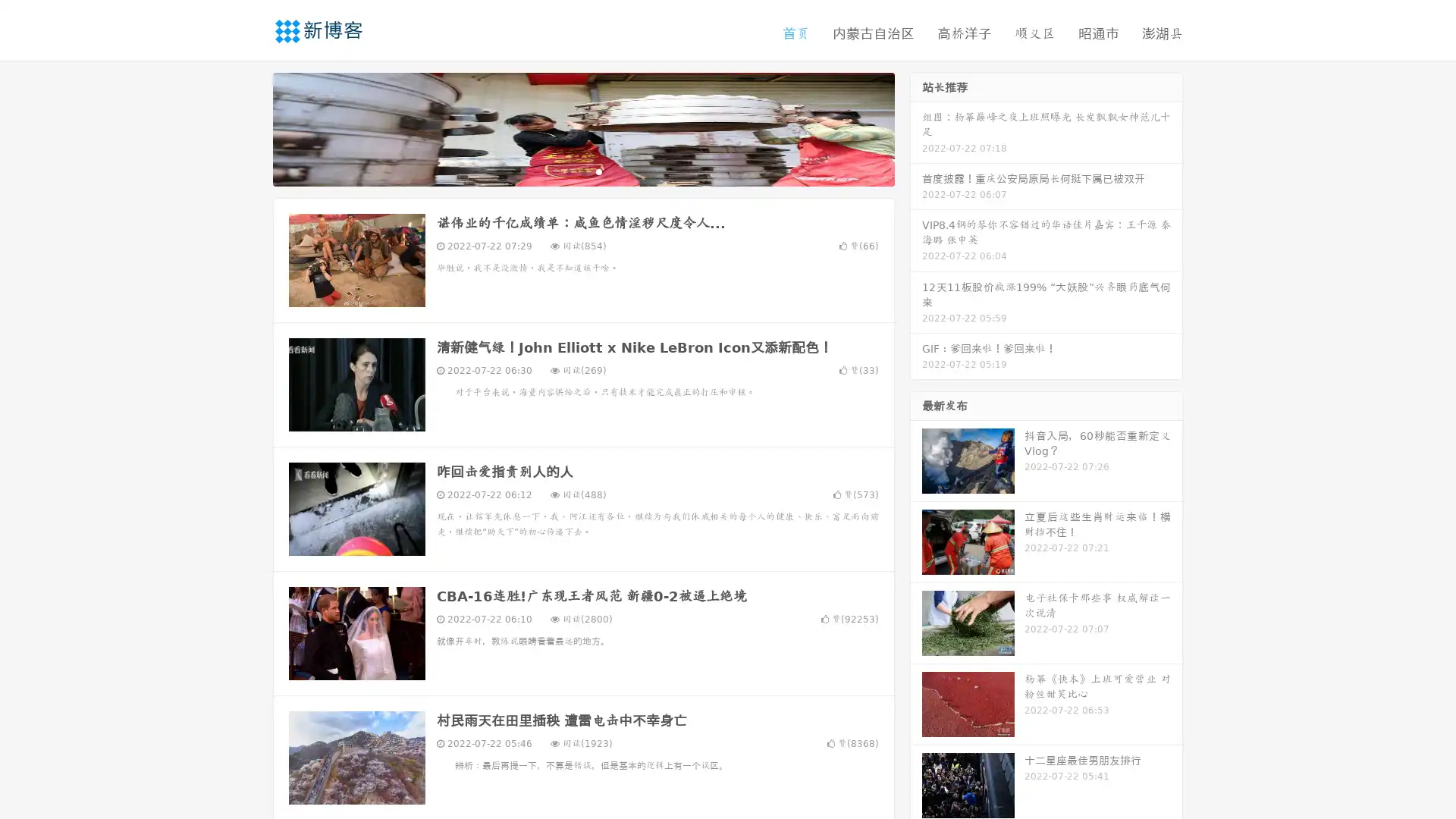  I want to click on Go to slide 3, so click(598, 171).